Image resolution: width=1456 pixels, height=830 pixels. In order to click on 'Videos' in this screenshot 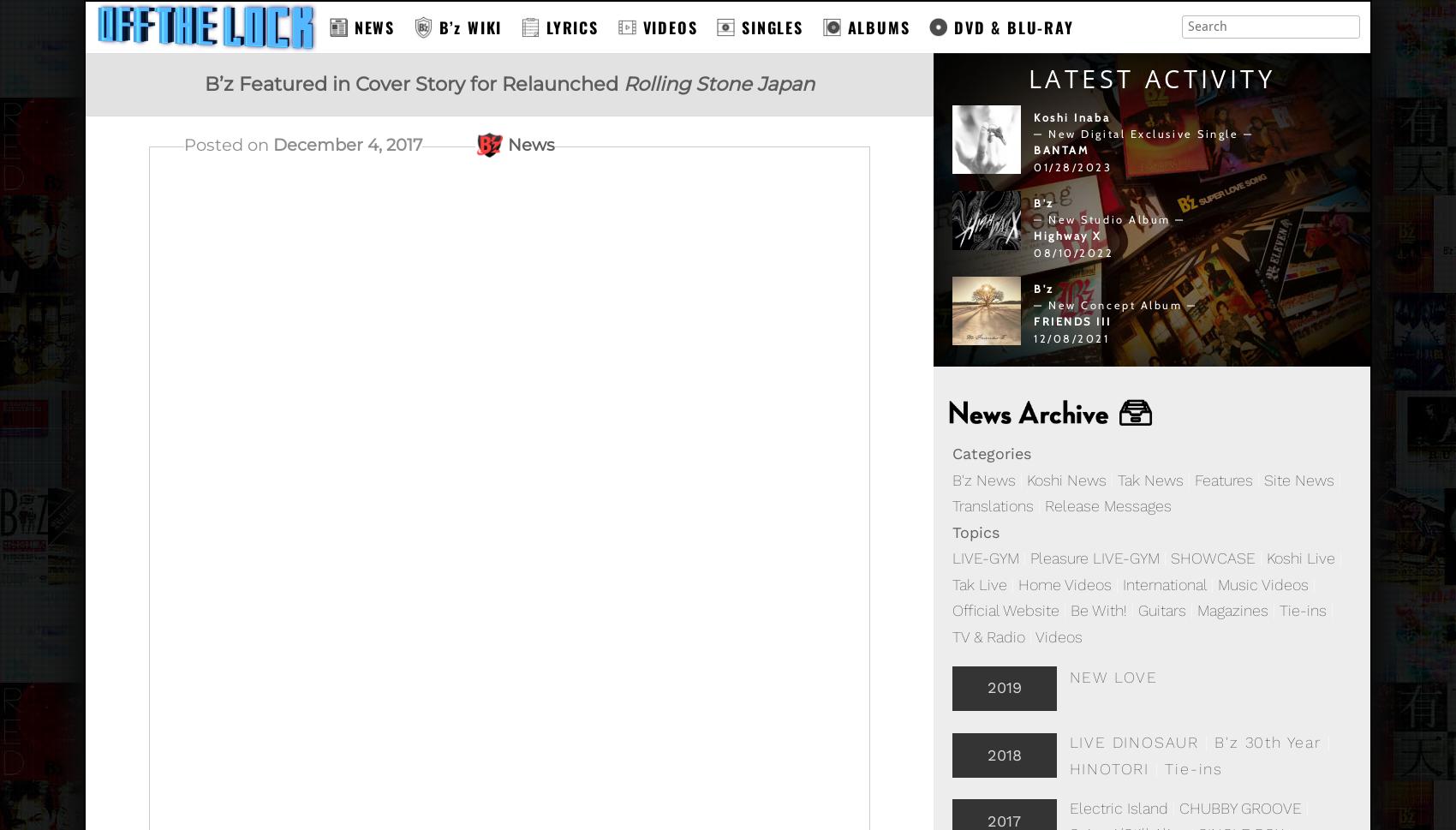, I will do `click(1035, 636)`.